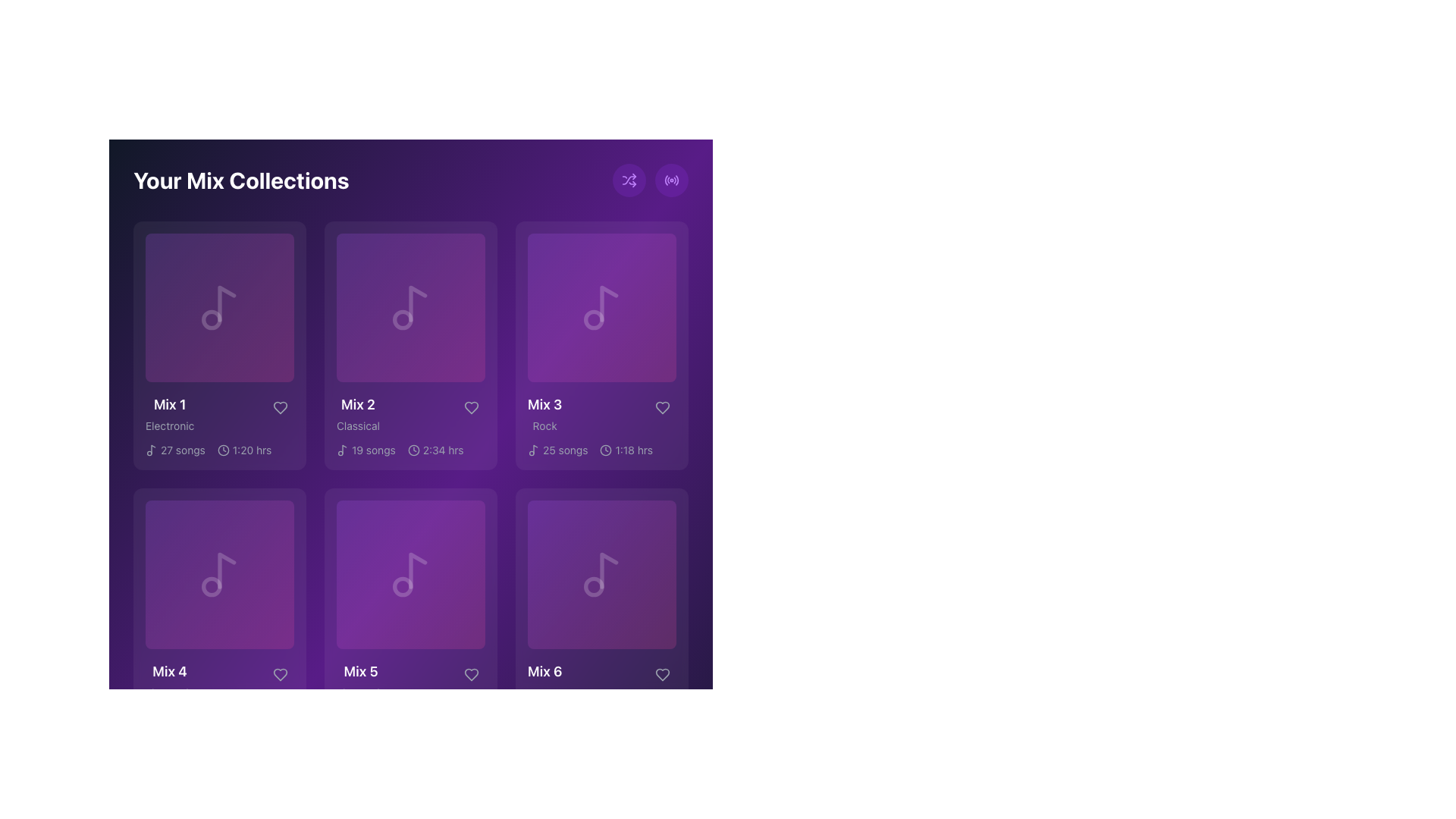 The width and height of the screenshot is (1456, 819). I want to click on the 'Favorite' button icon located at the bottom-right corner of the 'Mix 1' card in the 'Your Mix Collections' section, so click(280, 406).